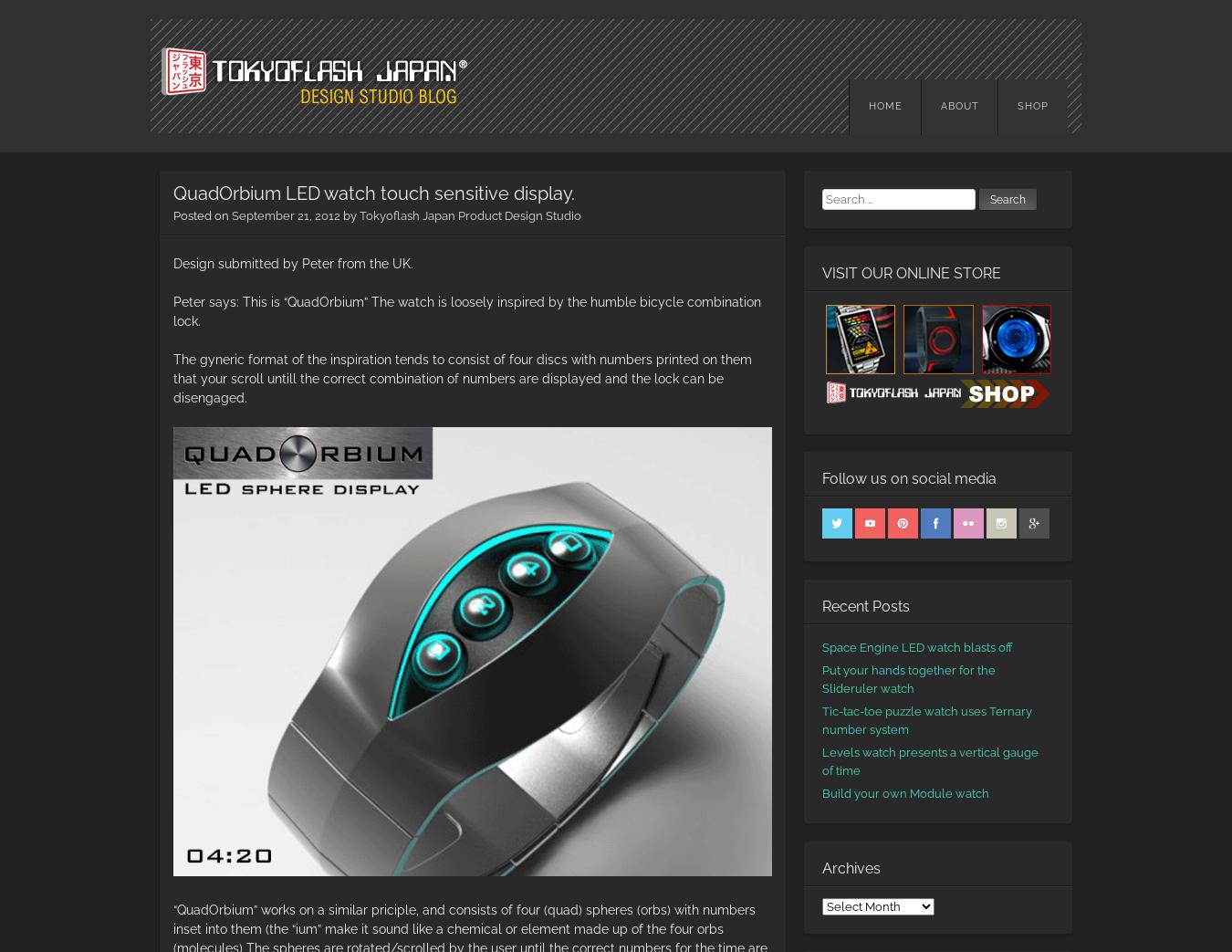 Image resolution: width=1232 pixels, height=952 pixels. What do you see at coordinates (190, 190) in the screenshot?
I see `'Design Studio Blog'` at bounding box center [190, 190].